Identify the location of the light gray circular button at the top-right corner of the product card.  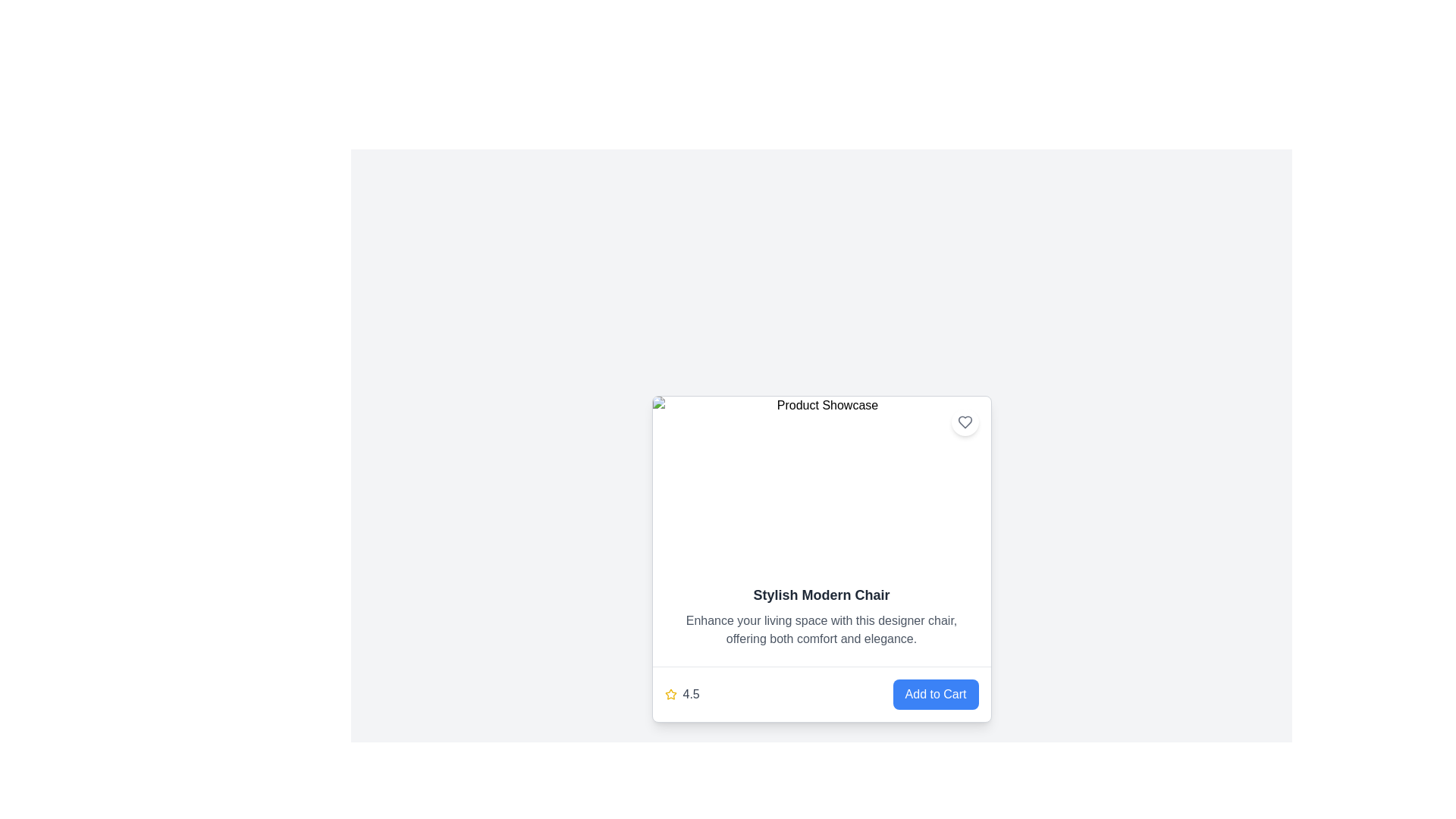
(964, 422).